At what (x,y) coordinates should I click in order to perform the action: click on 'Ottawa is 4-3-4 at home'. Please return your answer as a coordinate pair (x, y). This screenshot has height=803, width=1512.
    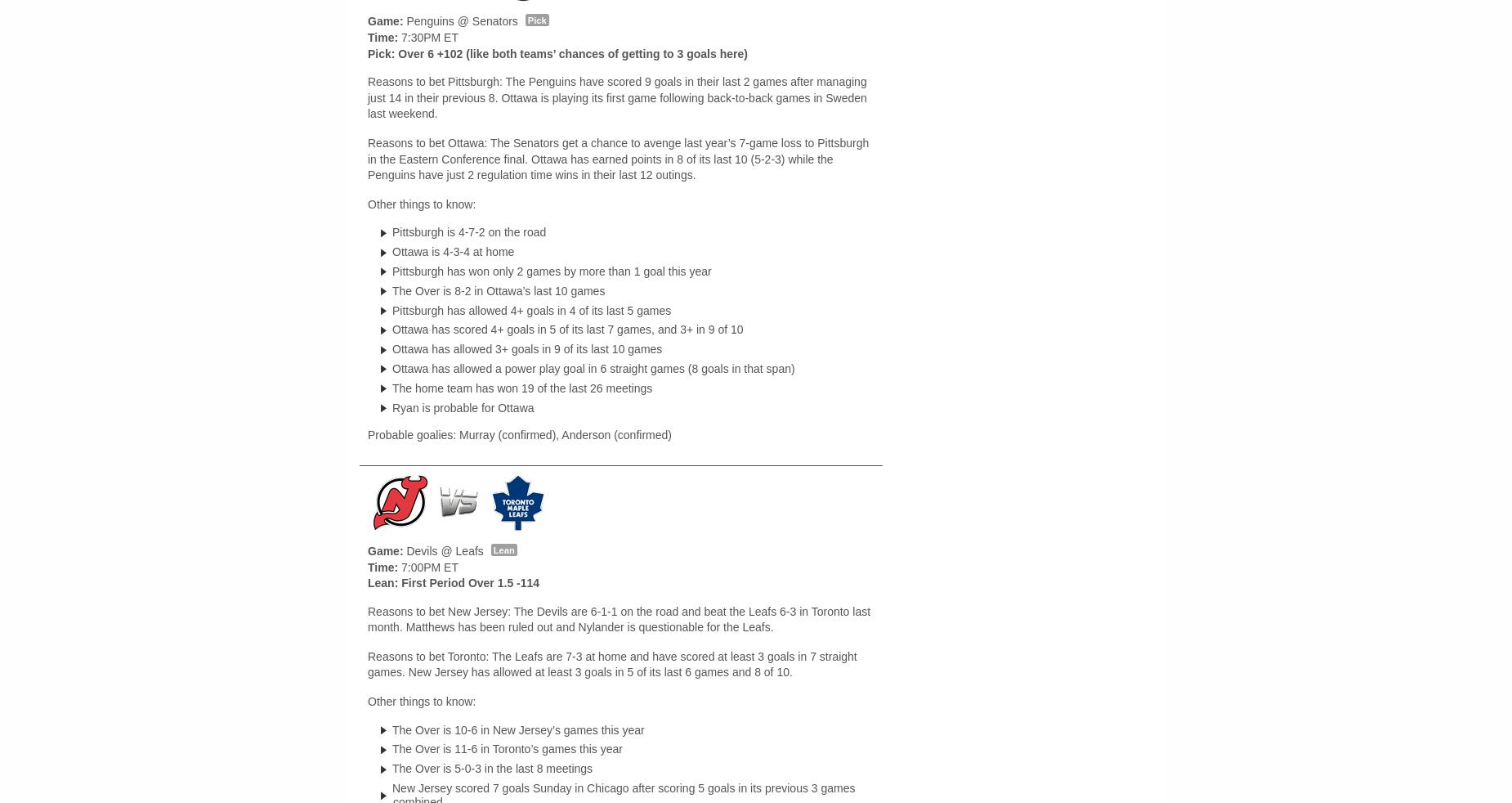
    Looking at the image, I should click on (453, 251).